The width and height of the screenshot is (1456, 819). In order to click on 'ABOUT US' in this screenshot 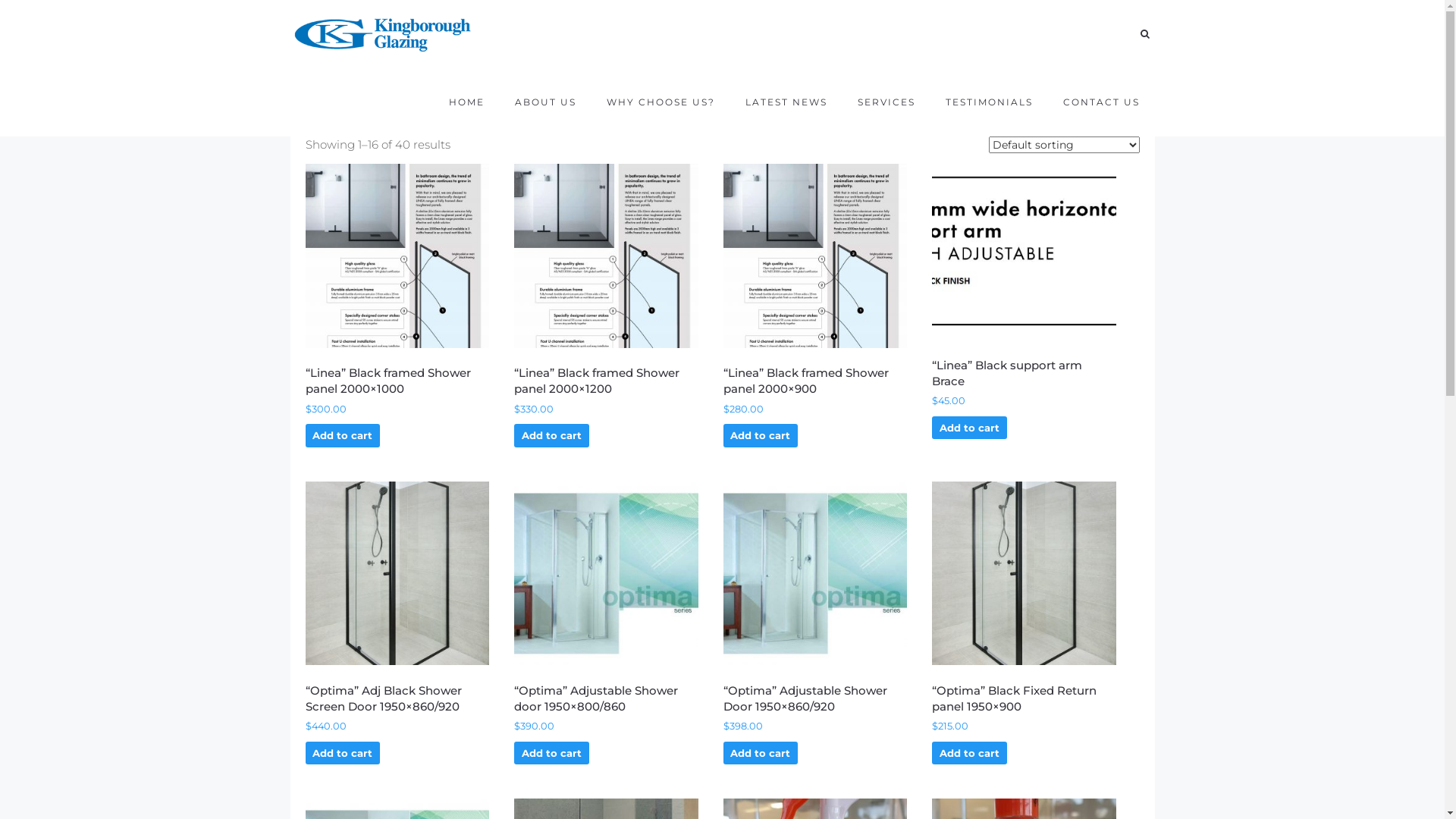, I will do `click(545, 102)`.